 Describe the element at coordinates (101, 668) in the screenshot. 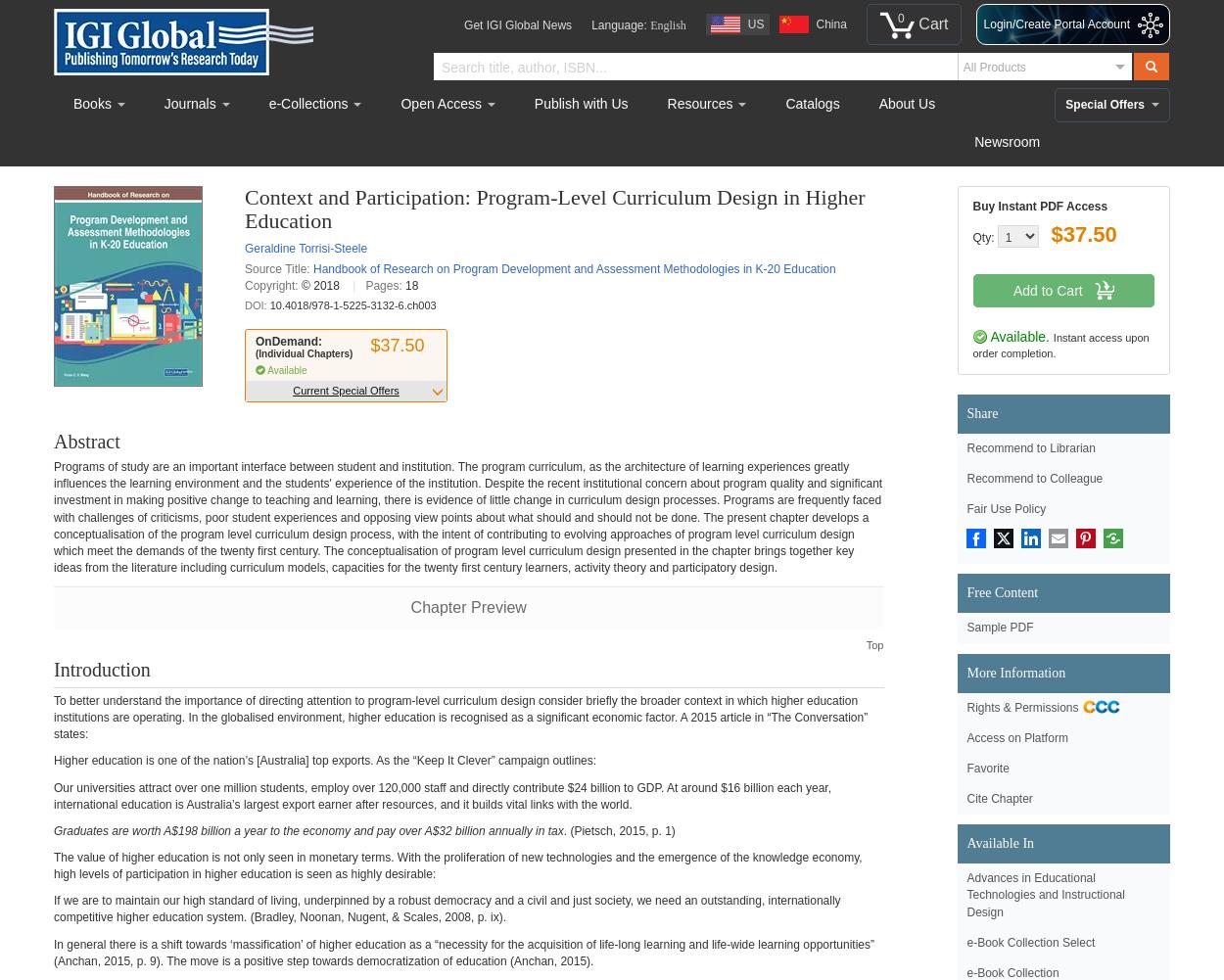

I see `'Introduction'` at that location.